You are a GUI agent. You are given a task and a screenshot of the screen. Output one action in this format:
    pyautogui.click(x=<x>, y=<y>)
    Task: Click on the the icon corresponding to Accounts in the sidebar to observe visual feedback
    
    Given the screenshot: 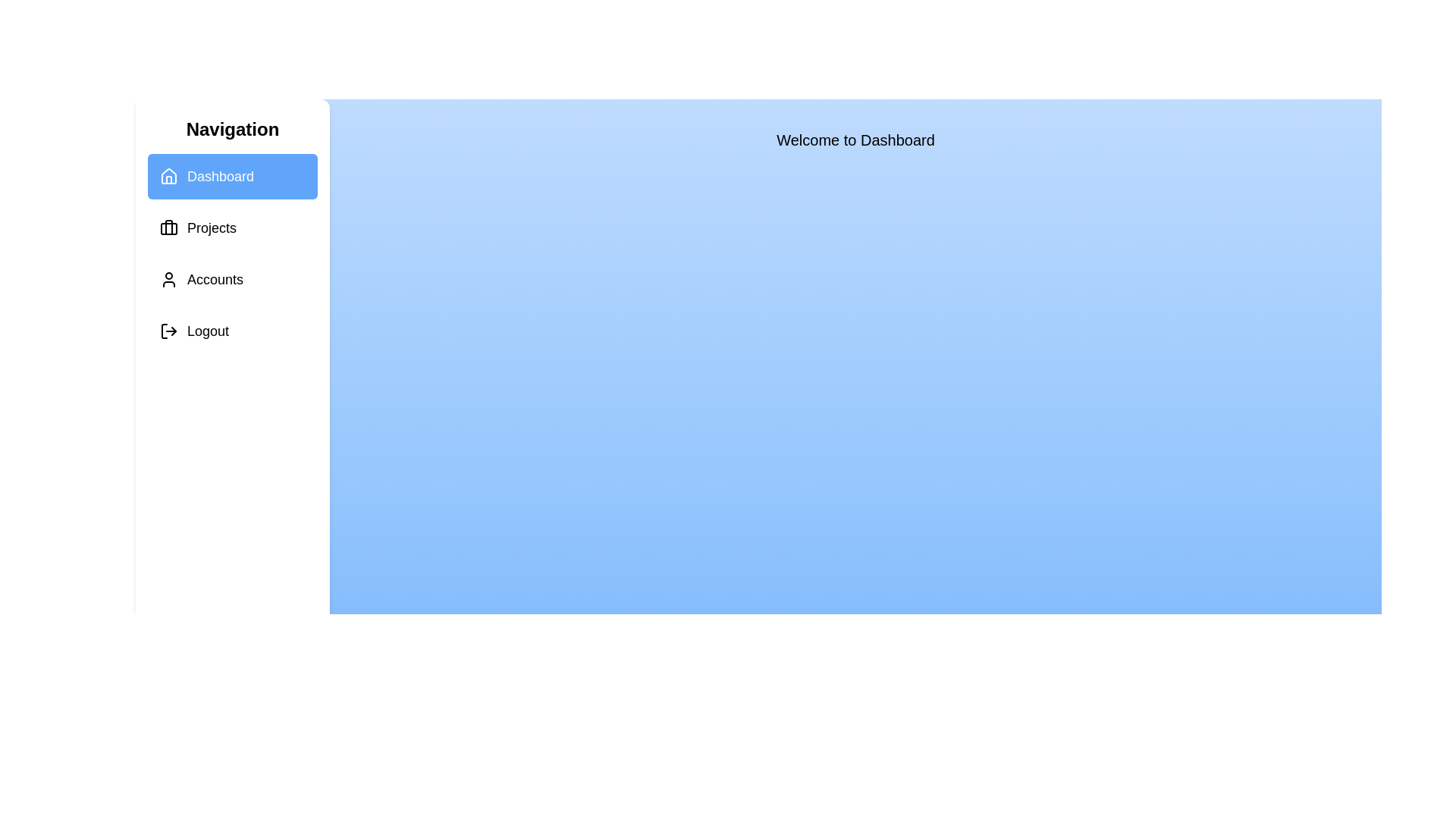 What is the action you would take?
    pyautogui.click(x=168, y=280)
    